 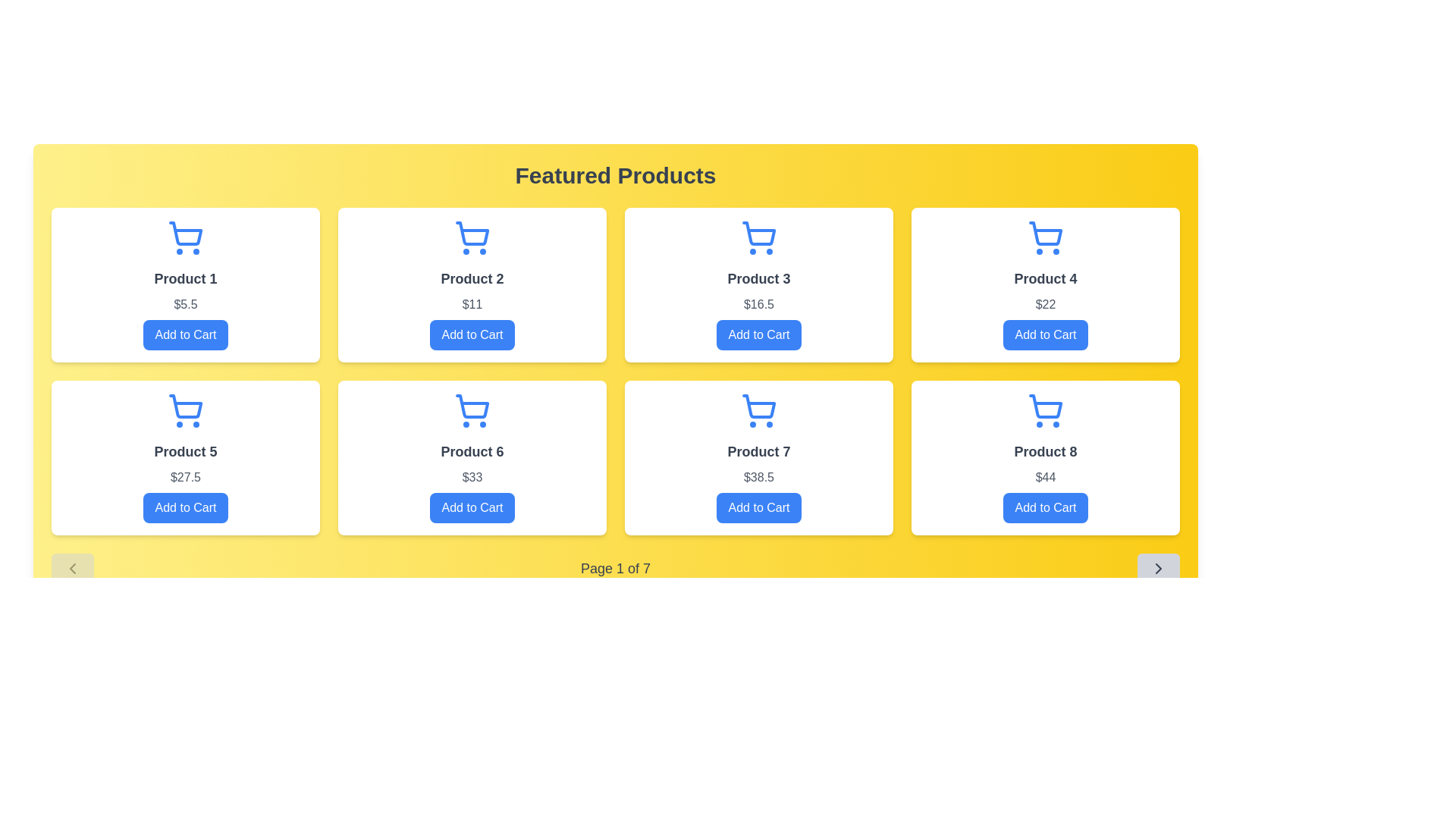 What do you see at coordinates (1044, 451) in the screenshot?
I see `text content of the Text Label identifying 'Product 8', located in the fourth column of the second row, centrally aligned with the price label and shopping cart icon` at bounding box center [1044, 451].